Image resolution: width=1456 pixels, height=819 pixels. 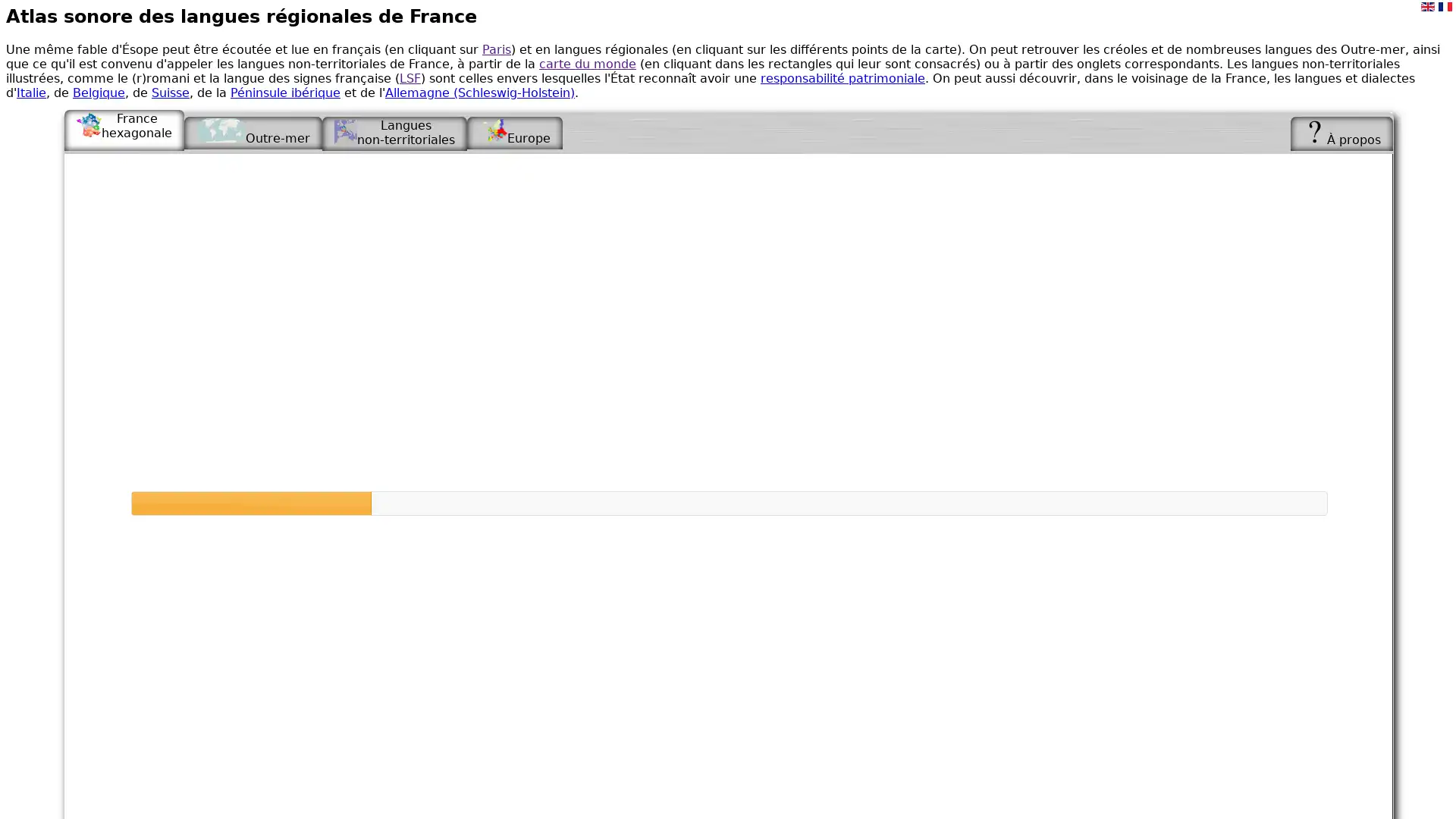 What do you see at coordinates (124, 128) in the screenshot?
I see `France hexagonale` at bounding box center [124, 128].